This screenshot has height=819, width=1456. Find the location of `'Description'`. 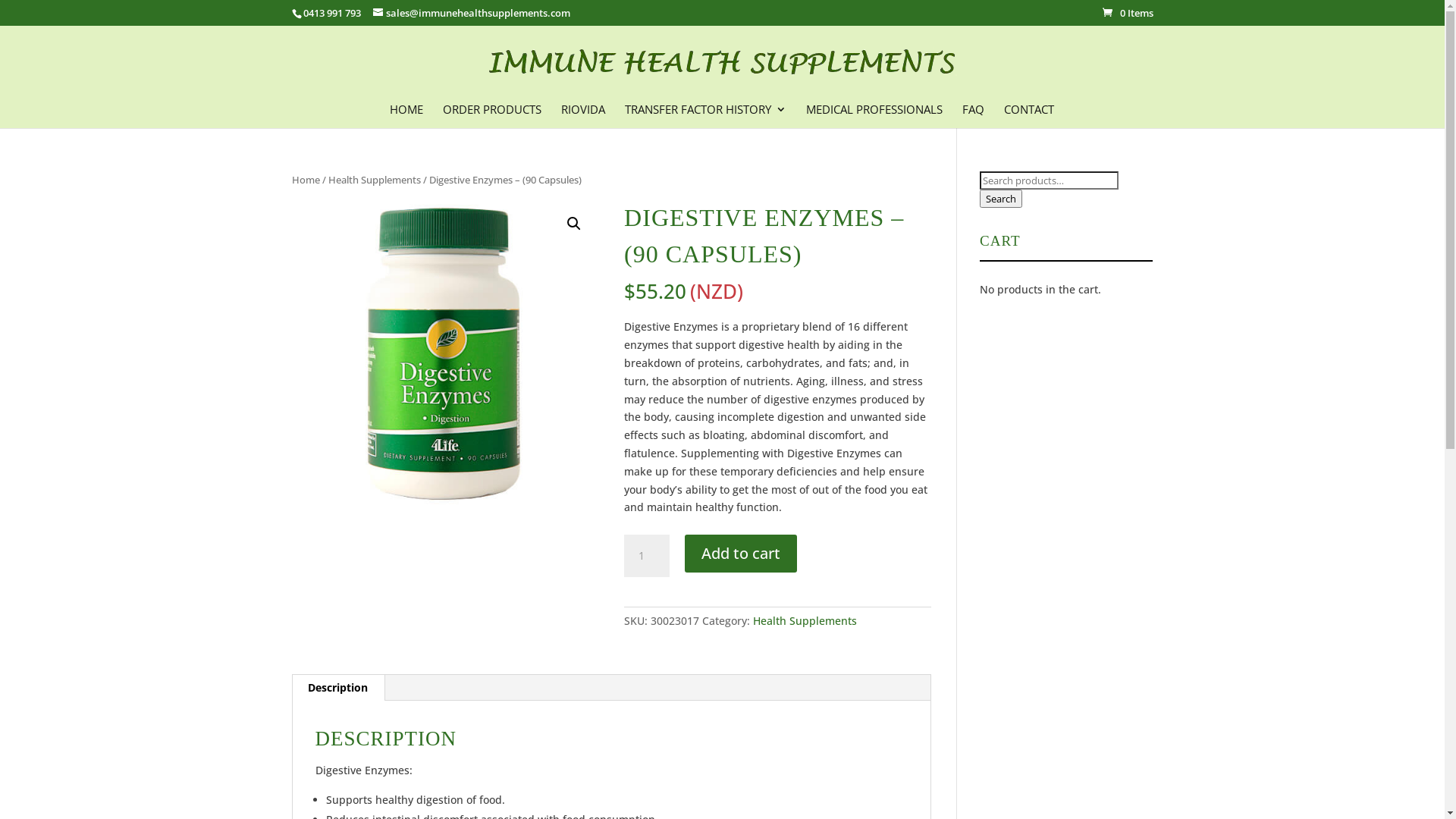

'Description' is located at coordinates (337, 687).